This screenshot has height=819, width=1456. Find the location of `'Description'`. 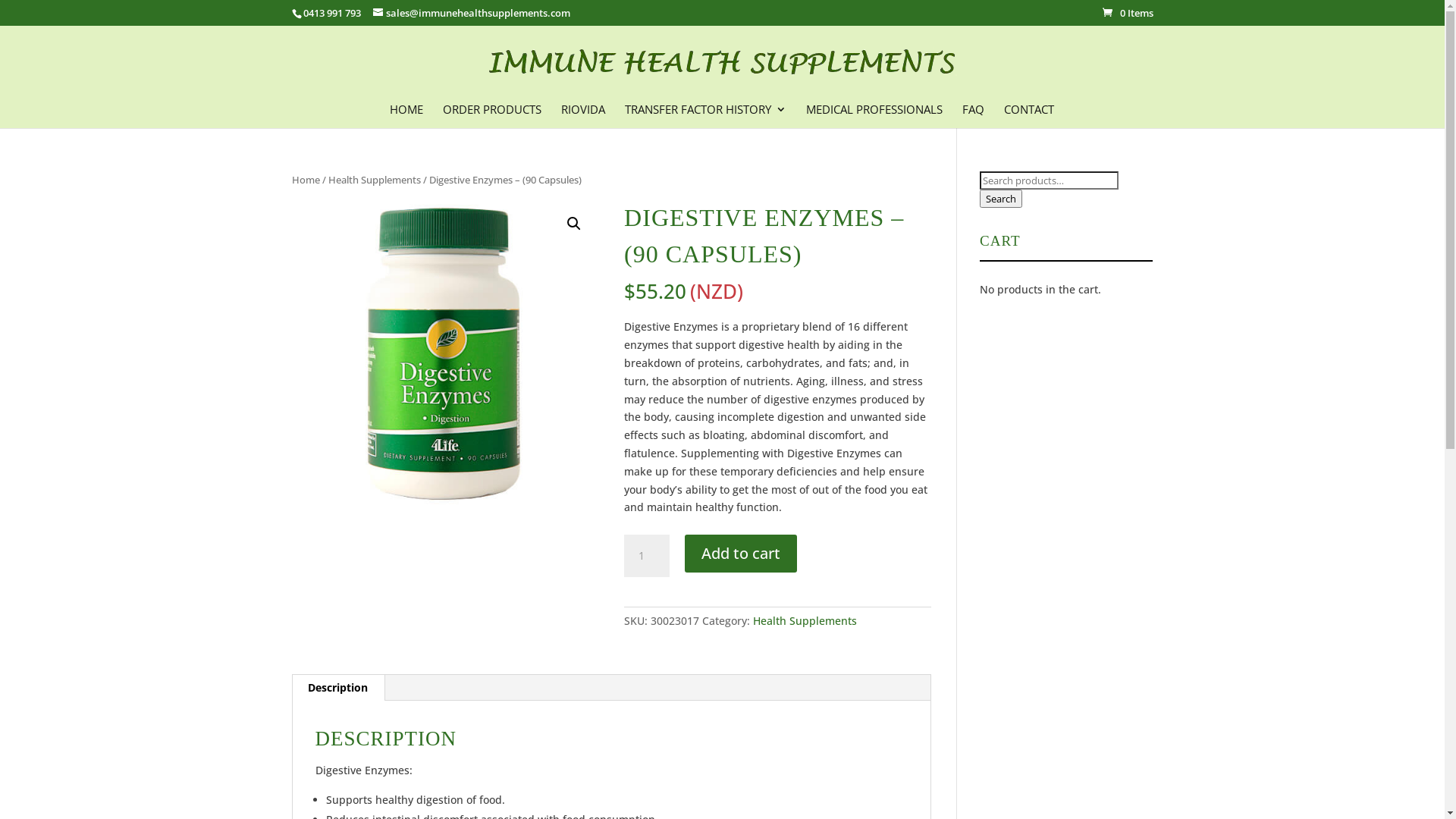

'Description' is located at coordinates (337, 687).